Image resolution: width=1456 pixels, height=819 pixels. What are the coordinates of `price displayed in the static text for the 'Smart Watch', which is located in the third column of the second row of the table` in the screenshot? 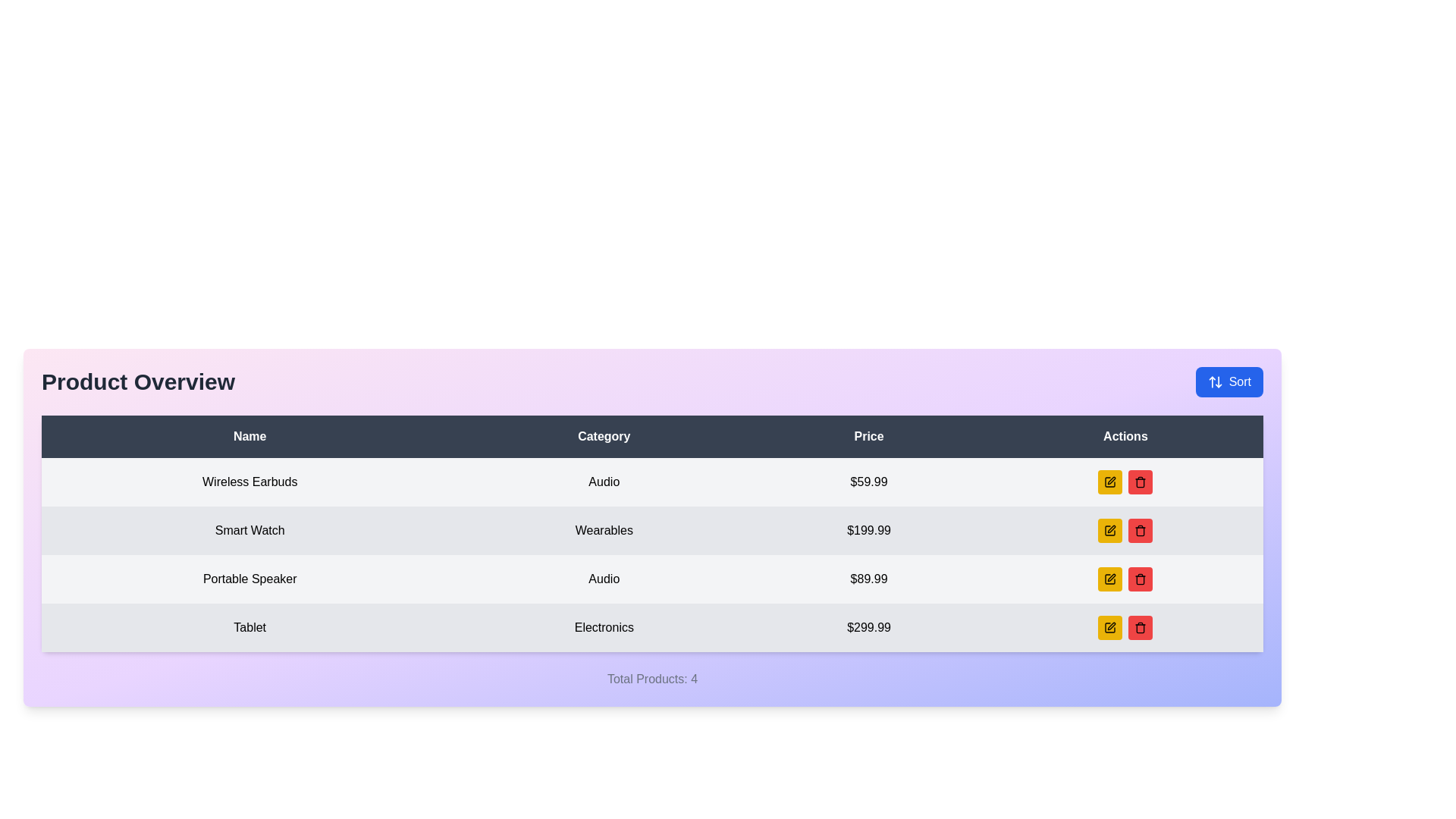 It's located at (869, 529).